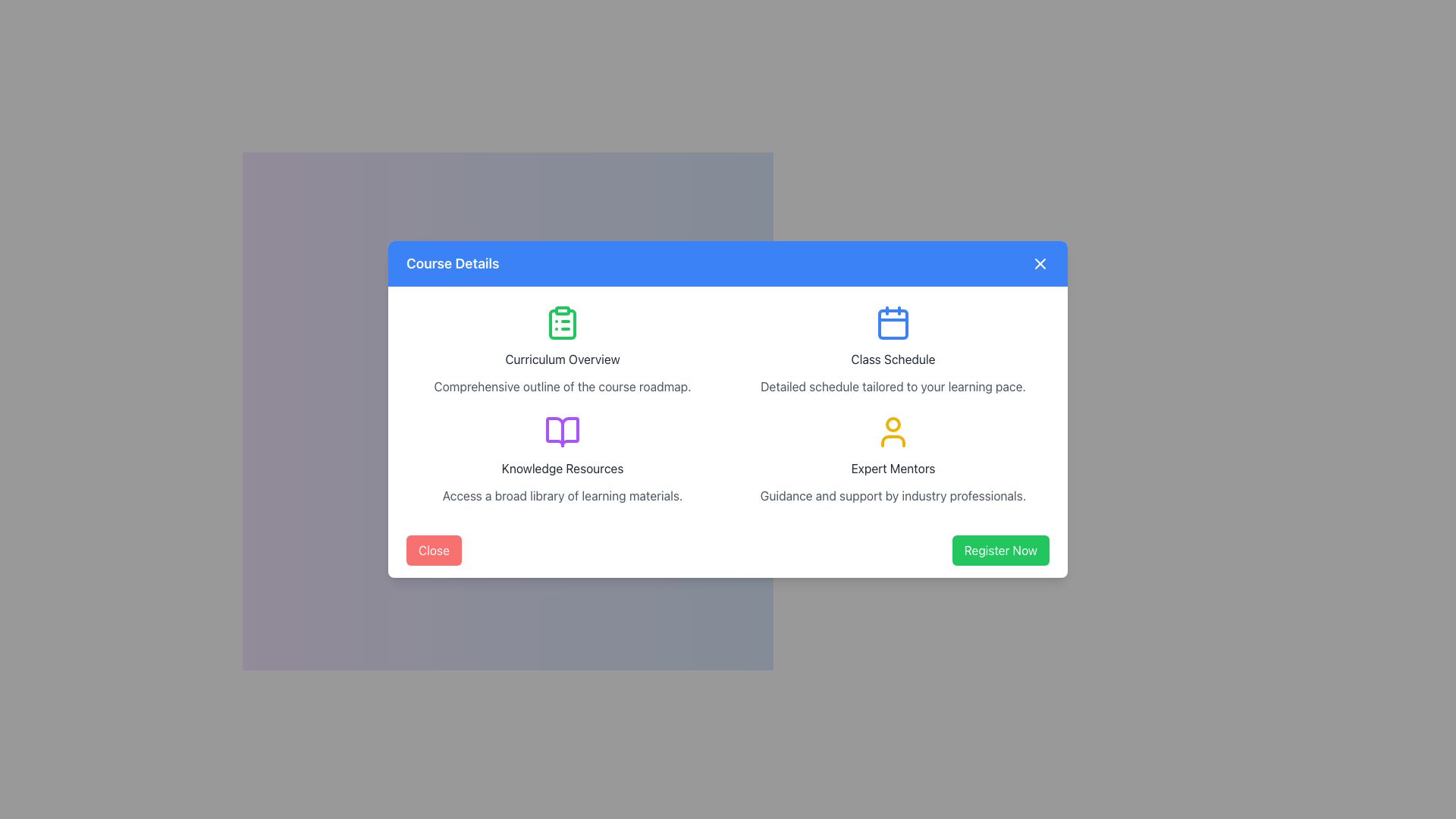 Image resolution: width=1456 pixels, height=819 pixels. What do you see at coordinates (562, 385) in the screenshot?
I see `text label containing the phrase 'Comprehensive outline of the course roadmap.' which is styled with a gray font and positioned underneath the 'Curriculum Overview' title` at bounding box center [562, 385].